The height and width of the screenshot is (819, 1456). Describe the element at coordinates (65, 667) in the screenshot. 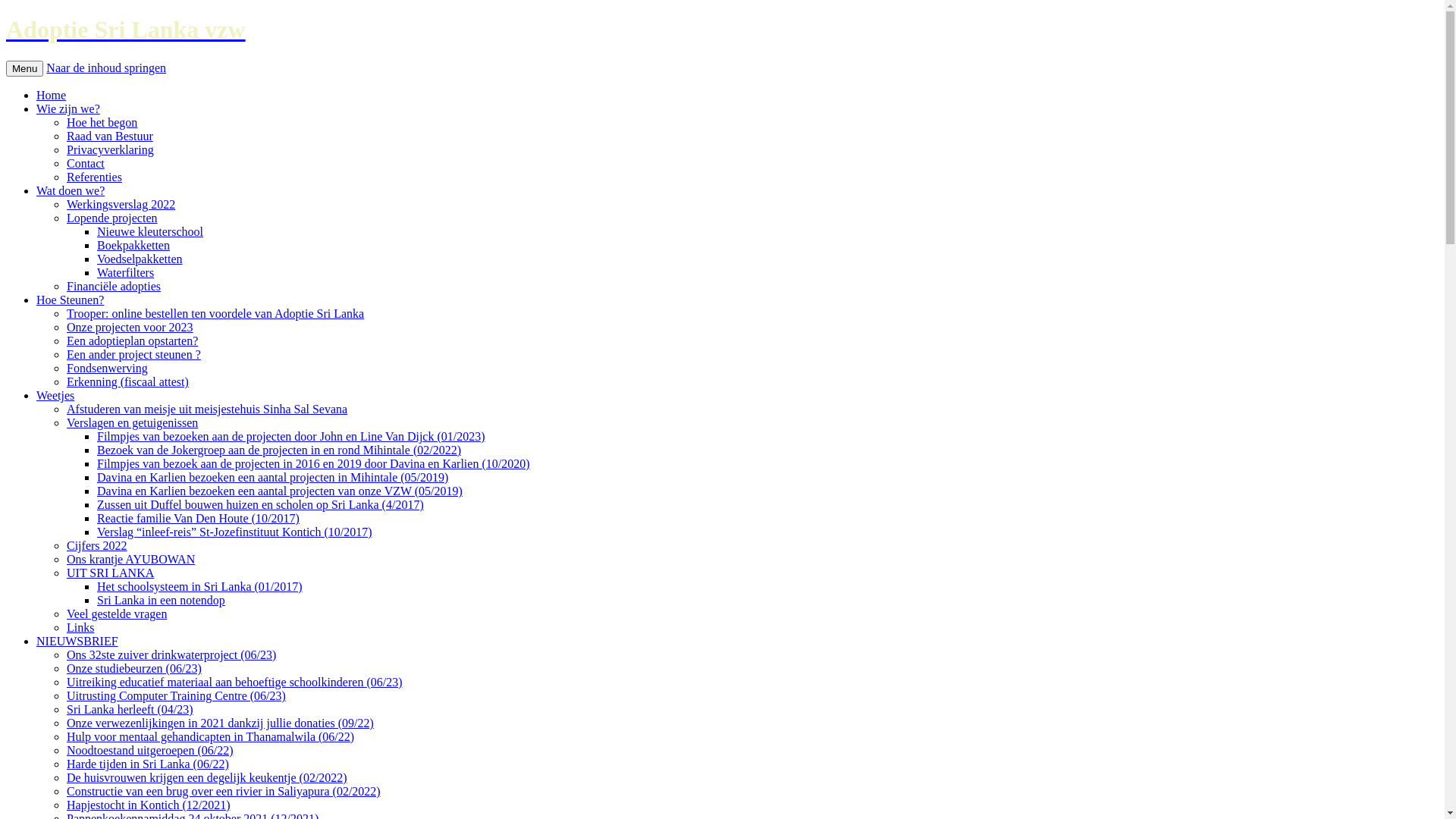

I see `'Onze studiebeurzen (06/23)'` at that location.